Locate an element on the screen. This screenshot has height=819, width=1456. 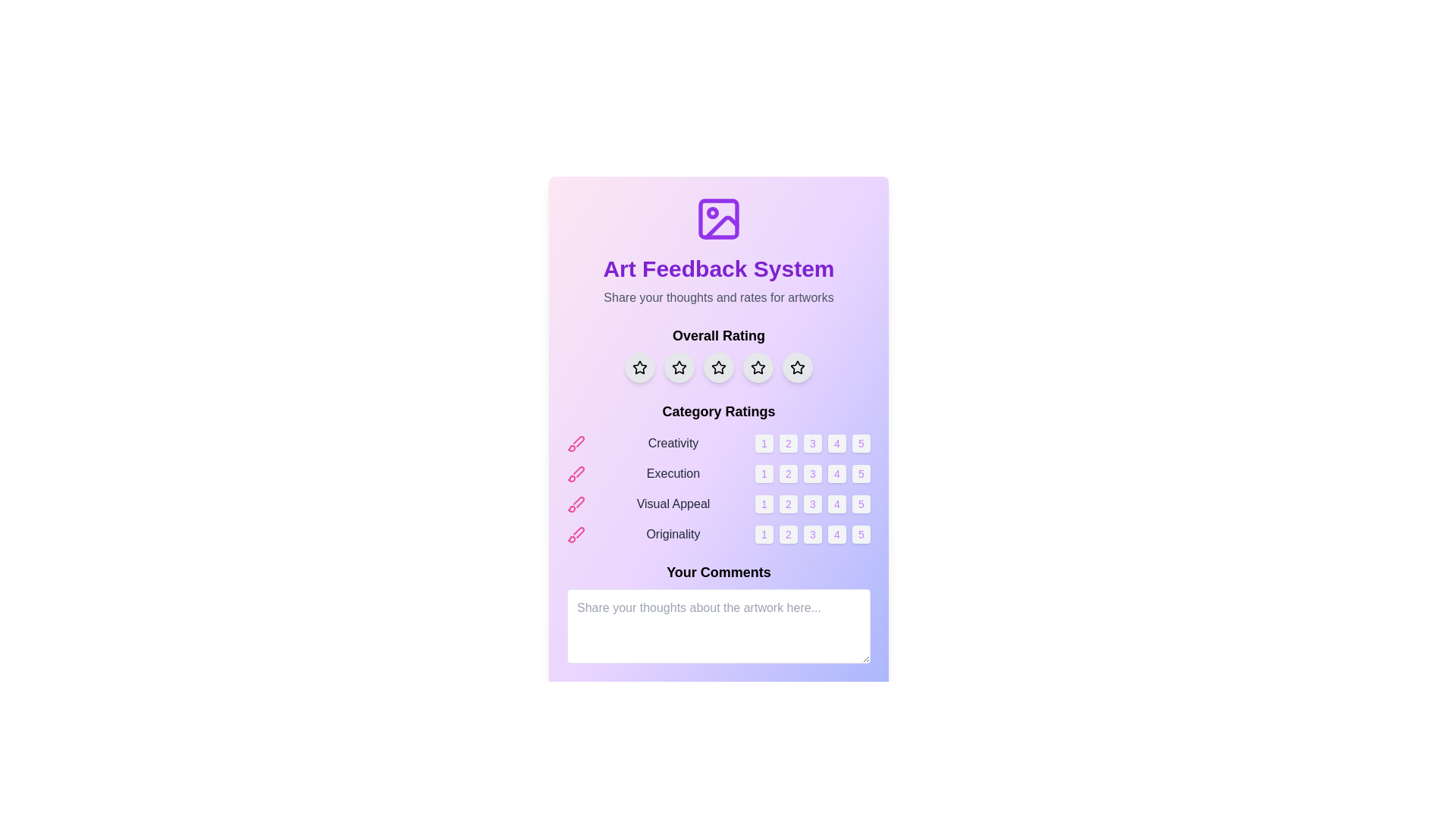
the button that allows users is located at coordinates (836, 534).